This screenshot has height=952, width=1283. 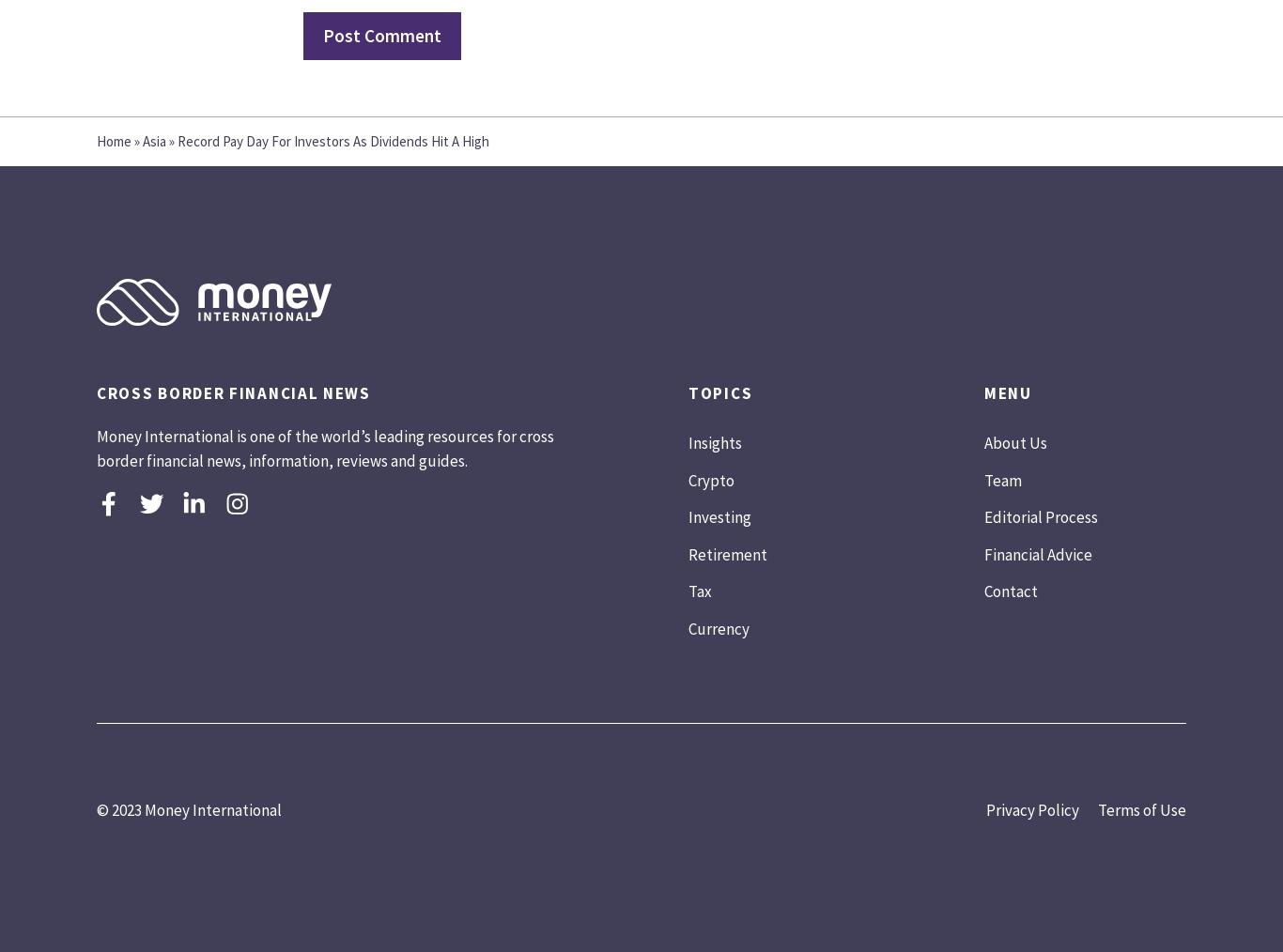 I want to click on 'Privacy Policy', so click(x=1031, y=809).